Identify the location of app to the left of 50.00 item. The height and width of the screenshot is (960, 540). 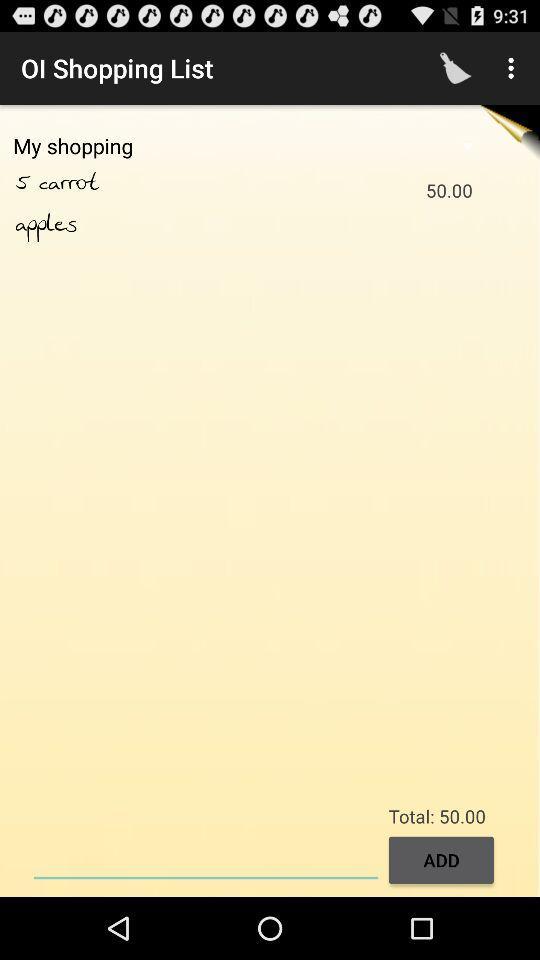
(90, 183).